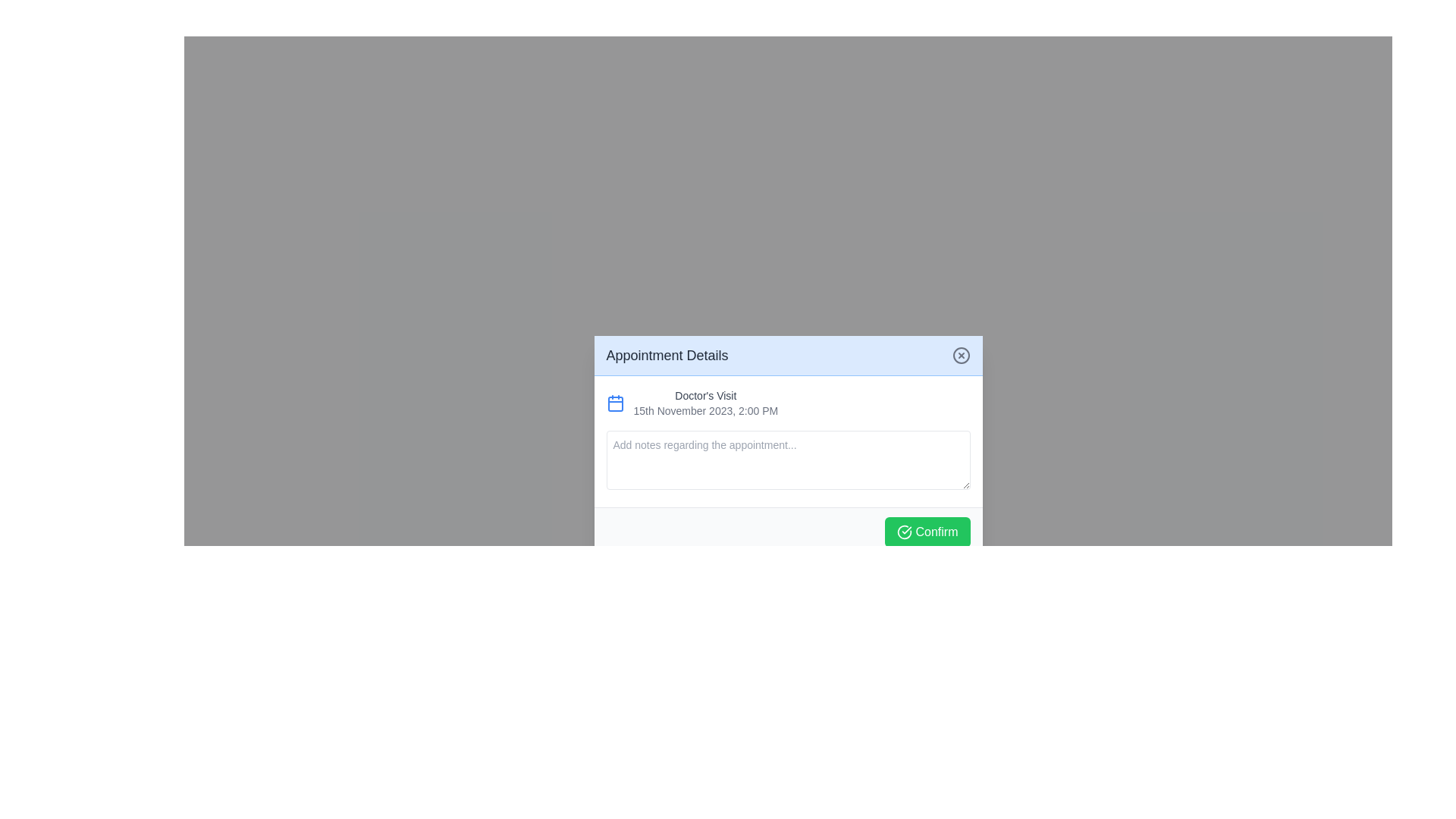 This screenshot has height=819, width=1456. Describe the element at coordinates (960, 355) in the screenshot. I see `the circular button with an 'X' symbol located at the top-right corner of the 'Appointment Details' header section` at that location.